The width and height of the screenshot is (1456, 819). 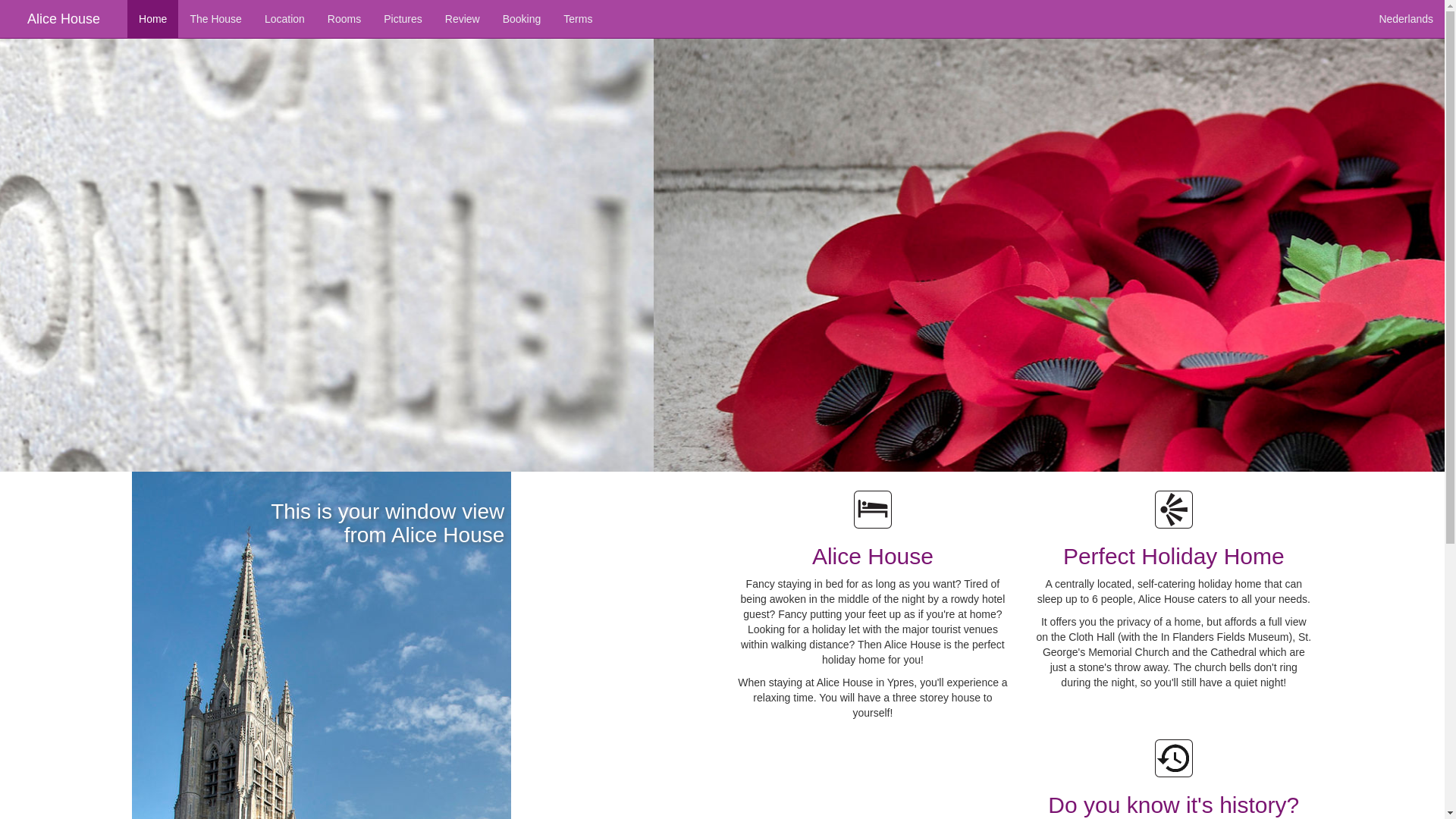 I want to click on 'Booking', so click(x=522, y=18).